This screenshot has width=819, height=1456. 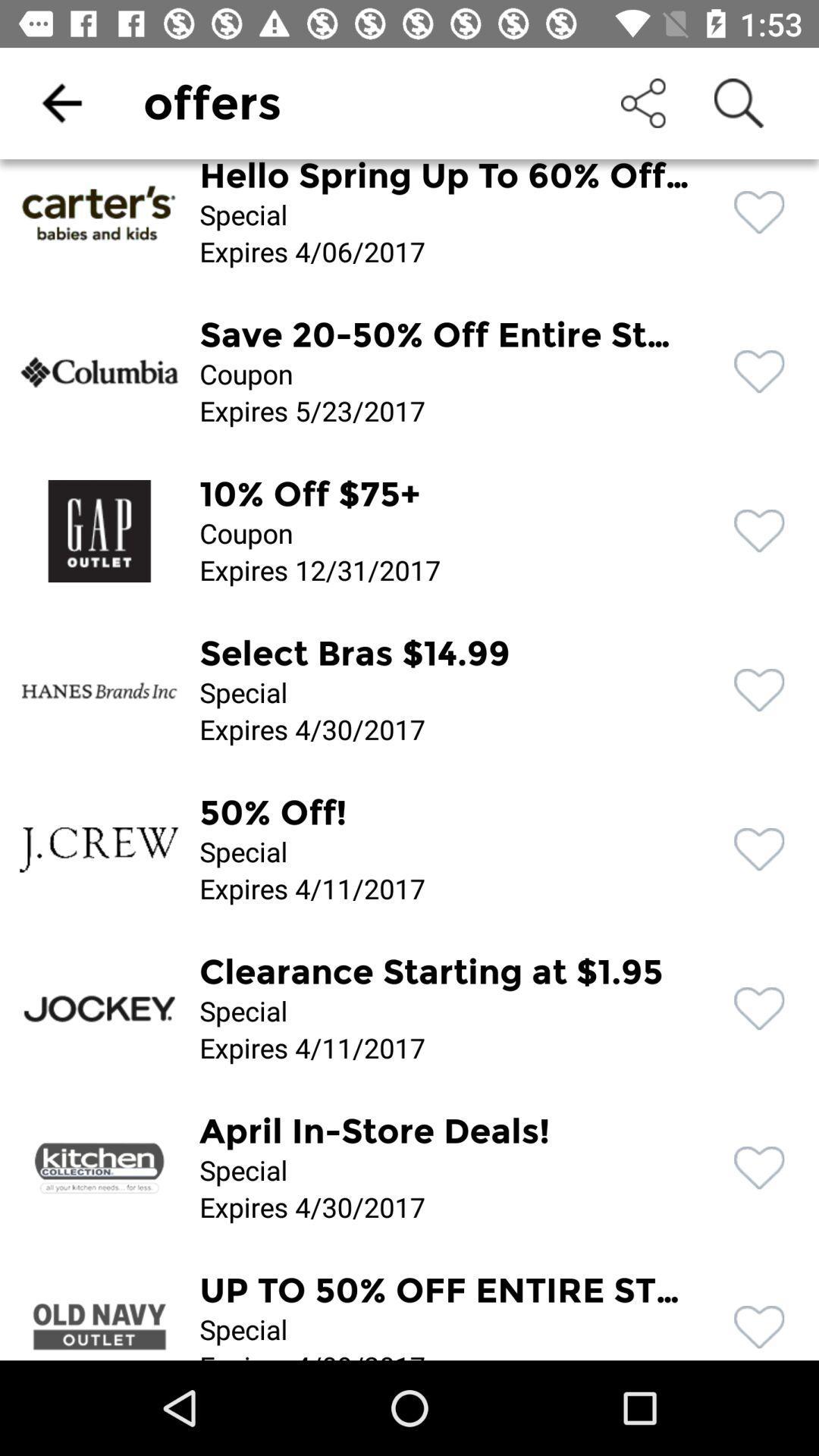 What do you see at coordinates (61, 102) in the screenshot?
I see `the icon to the left of offers icon` at bounding box center [61, 102].